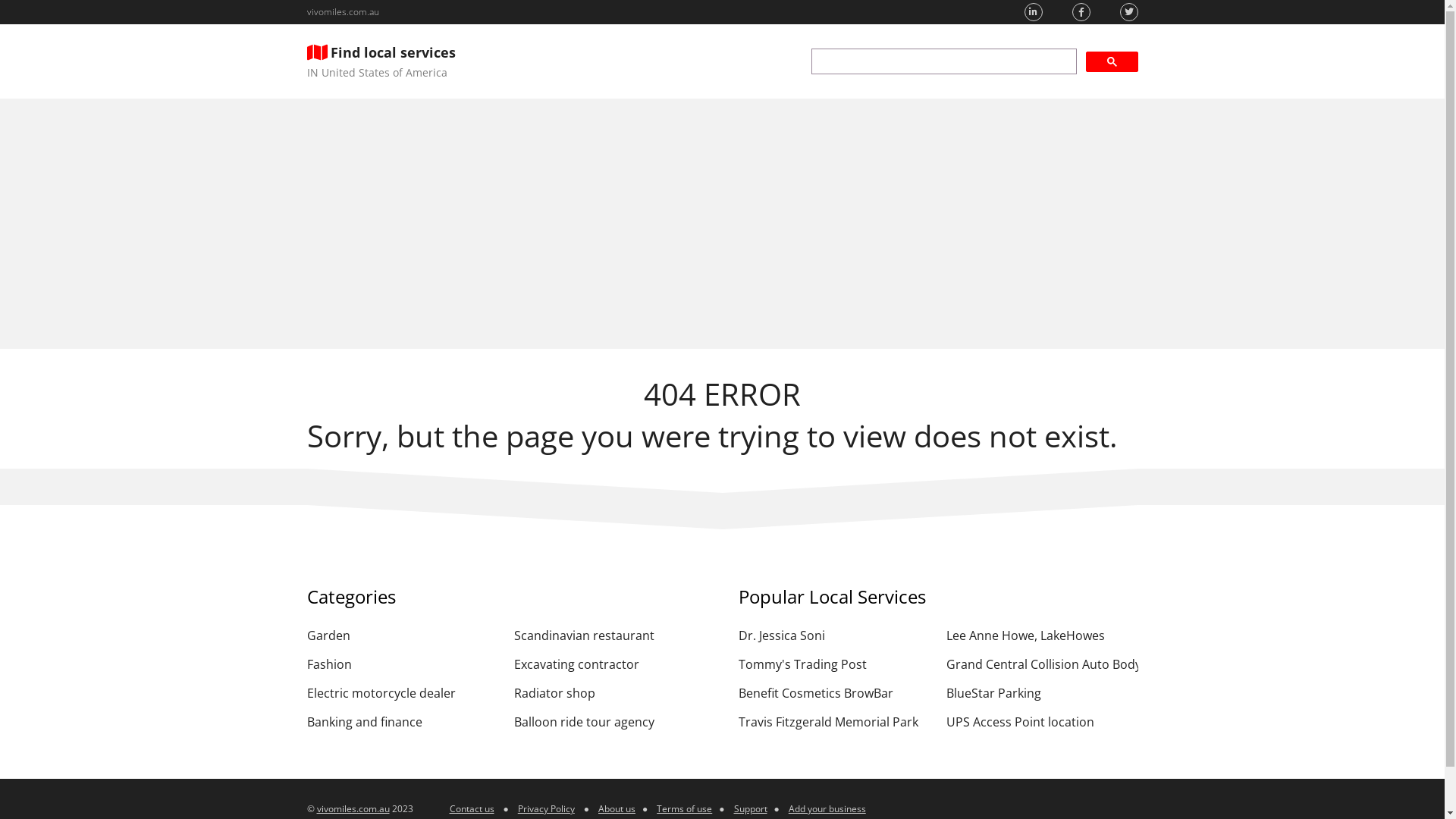  Describe the element at coordinates (826, 808) in the screenshot. I see `'Add your business'` at that location.